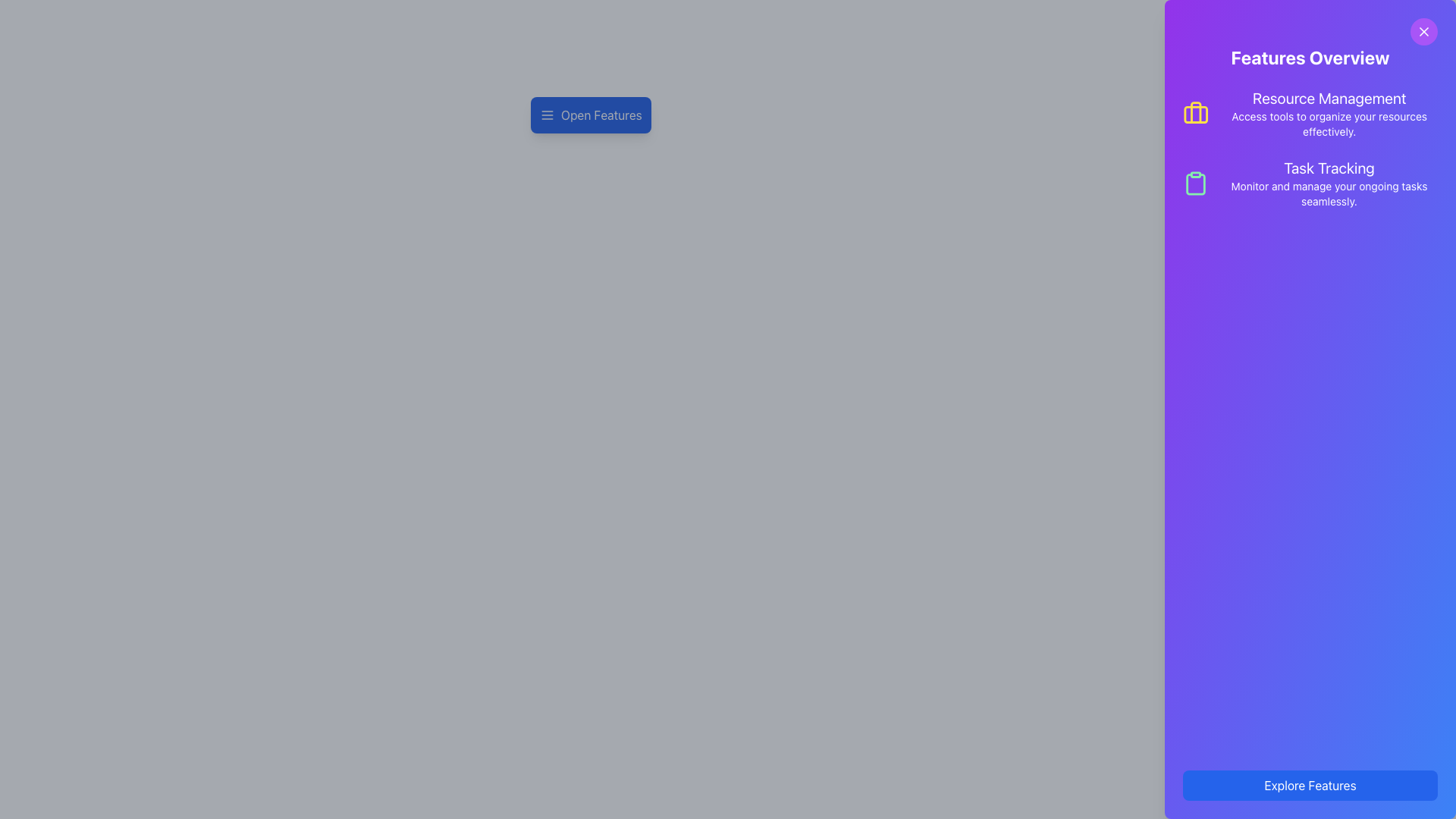 The image size is (1456, 819). I want to click on the second List Item with Icon and Text representing Task Tracking located below the Resource Management item in a purple gradient panel, so click(1310, 183).